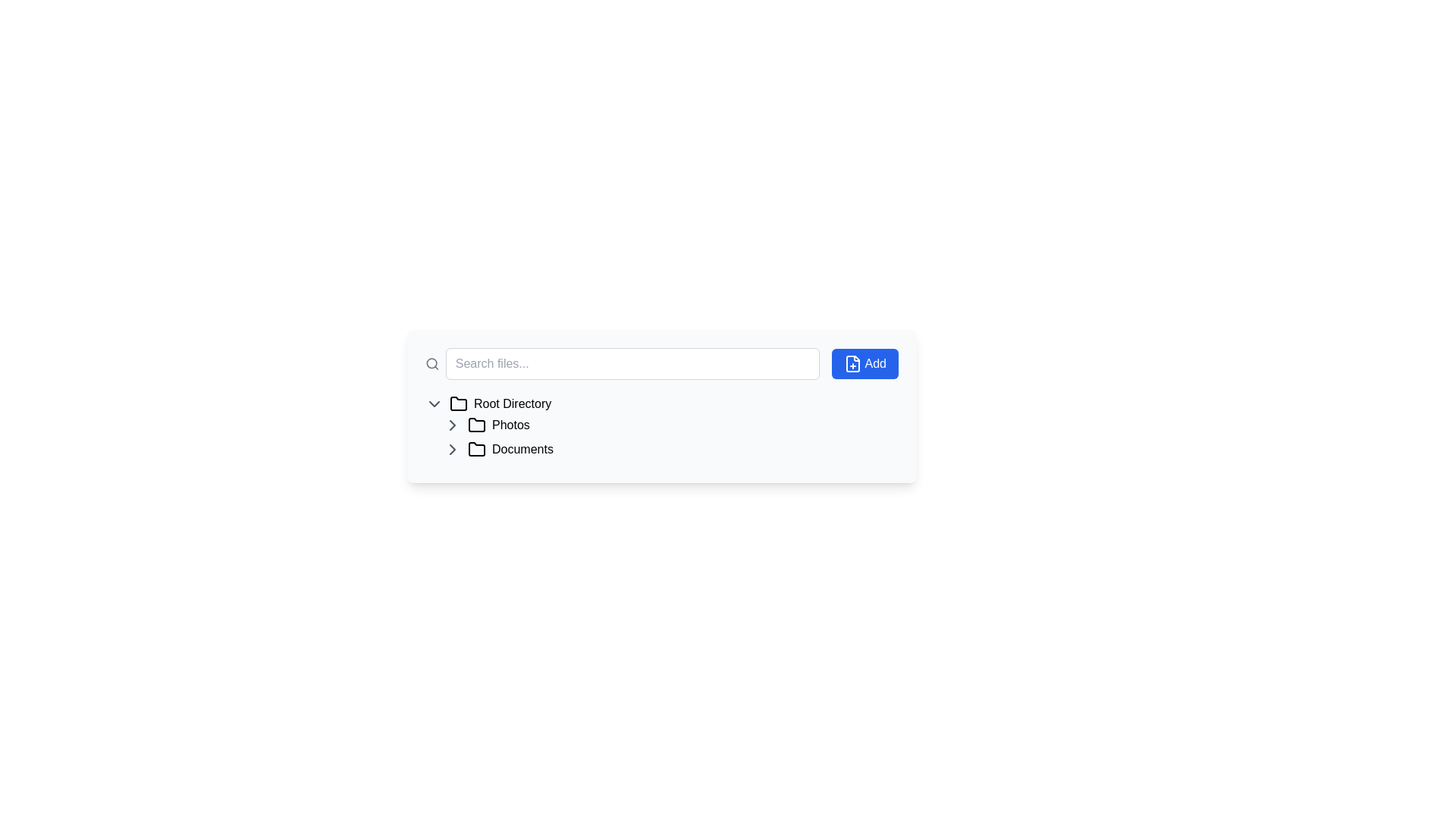 Image resolution: width=1456 pixels, height=819 pixels. What do you see at coordinates (510, 425) in the screenshot?
I see `the 'Photos' folder label` at bounding box center [510, 425].